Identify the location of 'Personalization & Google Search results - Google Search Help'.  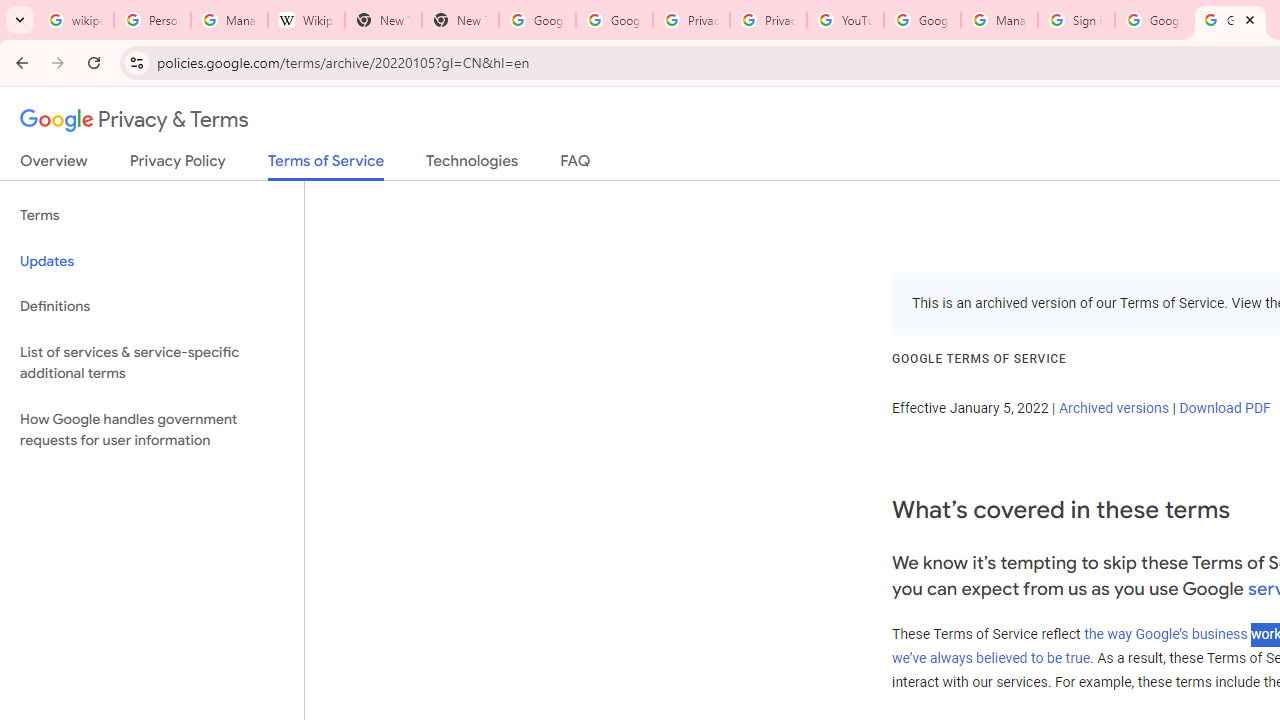
(151, 20).